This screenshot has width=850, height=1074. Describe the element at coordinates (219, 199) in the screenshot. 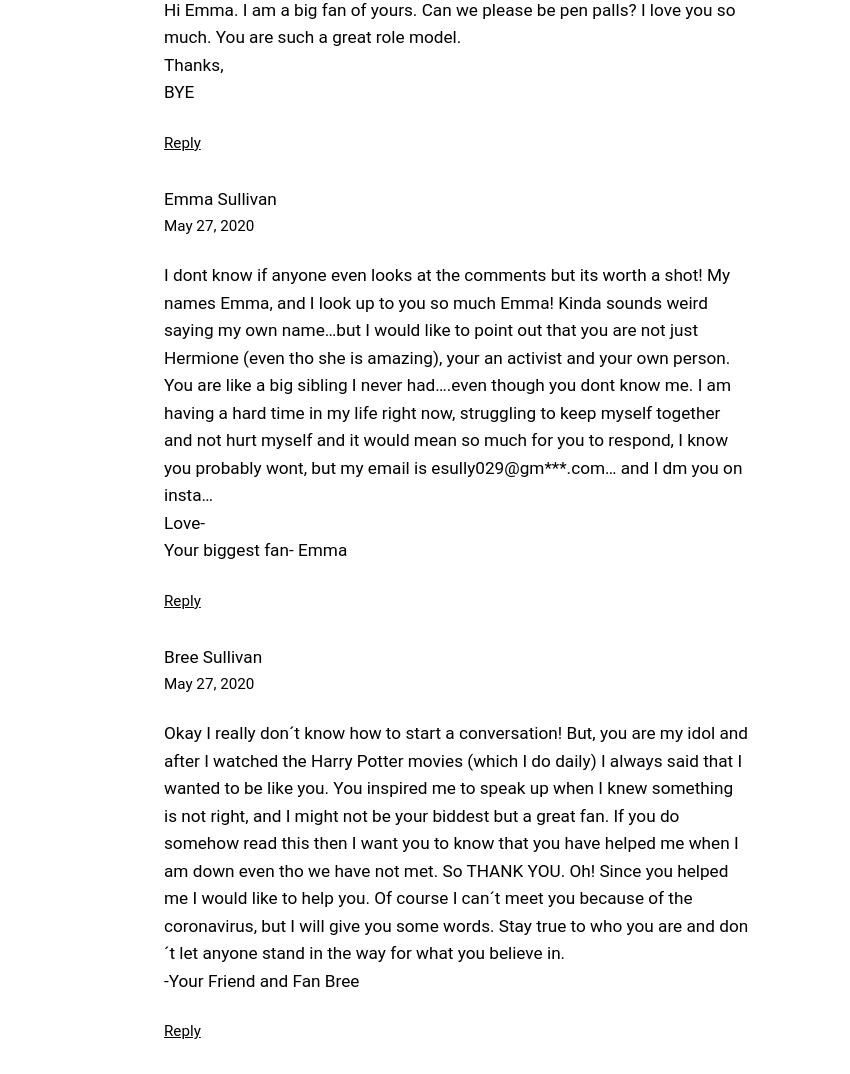

I see `'Emma Sullivan'` at that location.